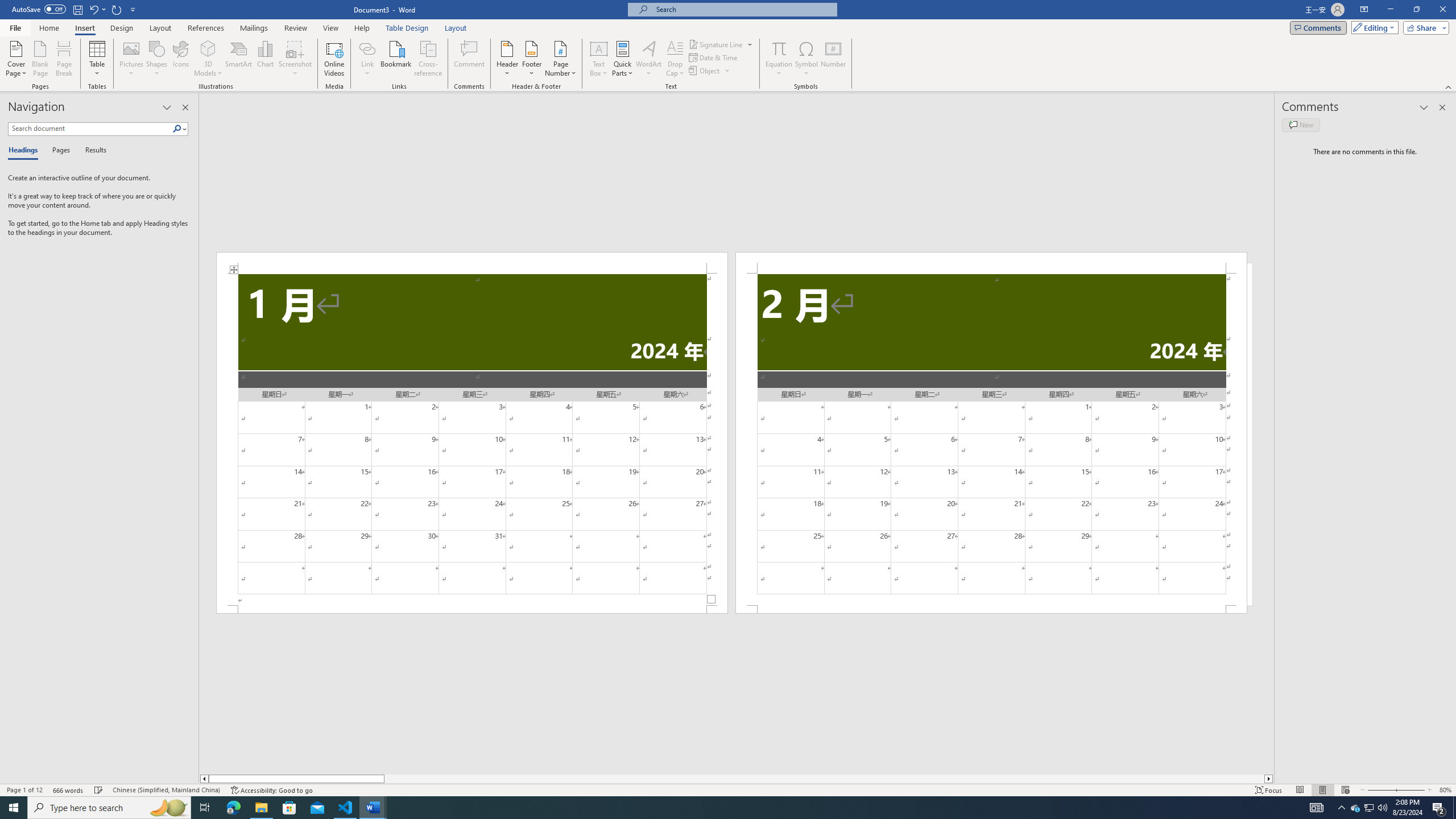  I want to click on 'File Tab', so click(14, 27).